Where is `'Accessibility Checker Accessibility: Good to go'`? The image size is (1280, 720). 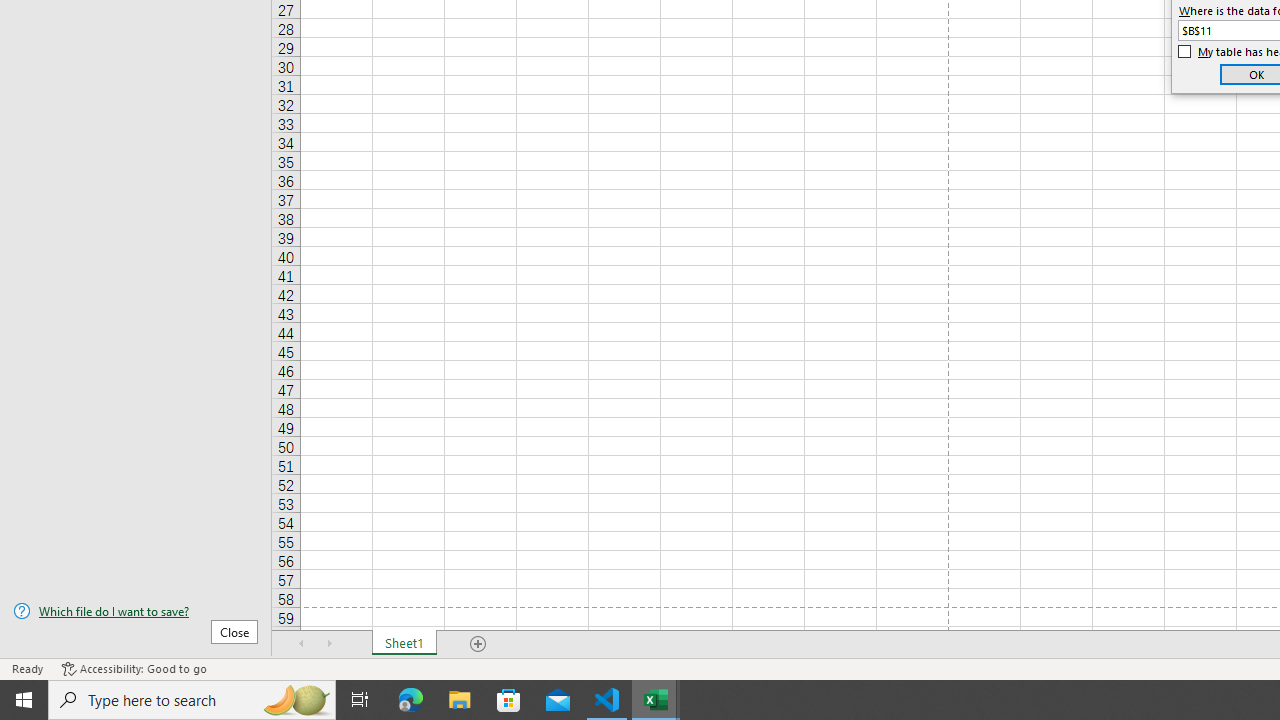
'Accessibility Checker Accessibility: Good to go' is located at coordinates (133, 669).